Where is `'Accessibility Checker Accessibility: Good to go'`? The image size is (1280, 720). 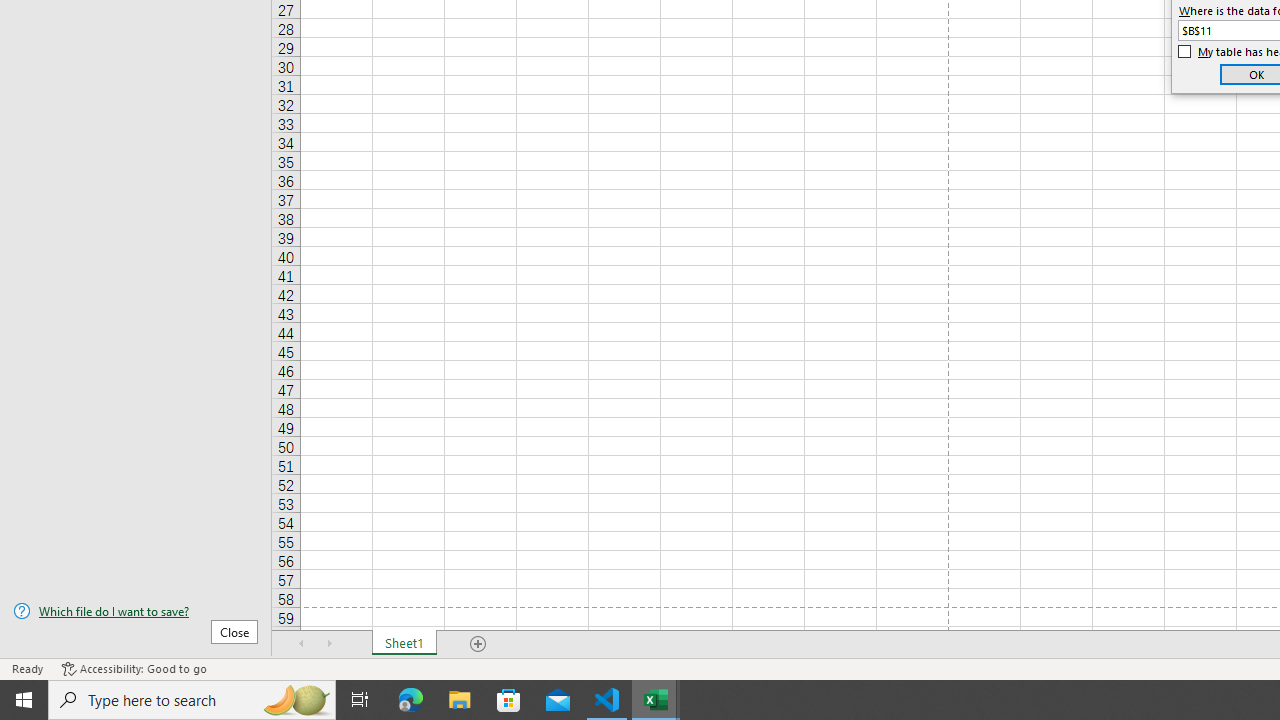
'Accessibility Checker Accessibility: Good to go' is located at coordinates (133, 669).